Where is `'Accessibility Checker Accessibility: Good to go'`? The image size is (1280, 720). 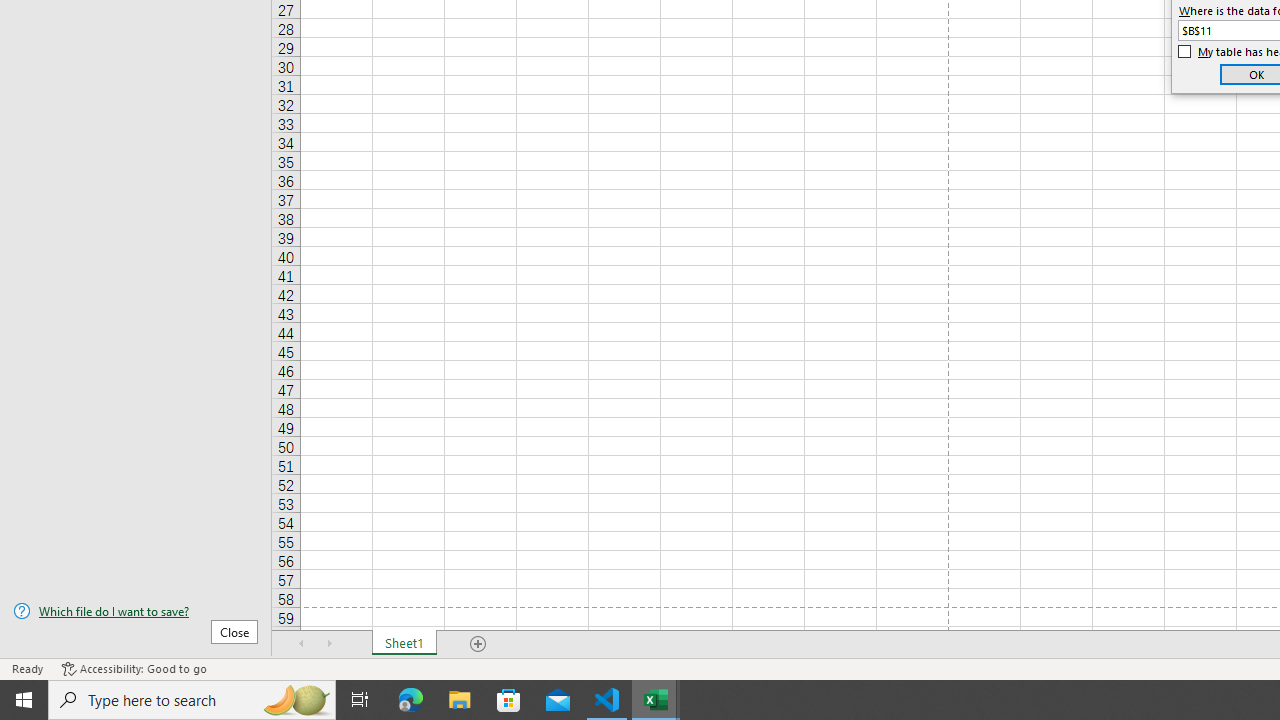
'Accessibility Checker Accessibility: Good to go' is located at coordinates (133, 669).